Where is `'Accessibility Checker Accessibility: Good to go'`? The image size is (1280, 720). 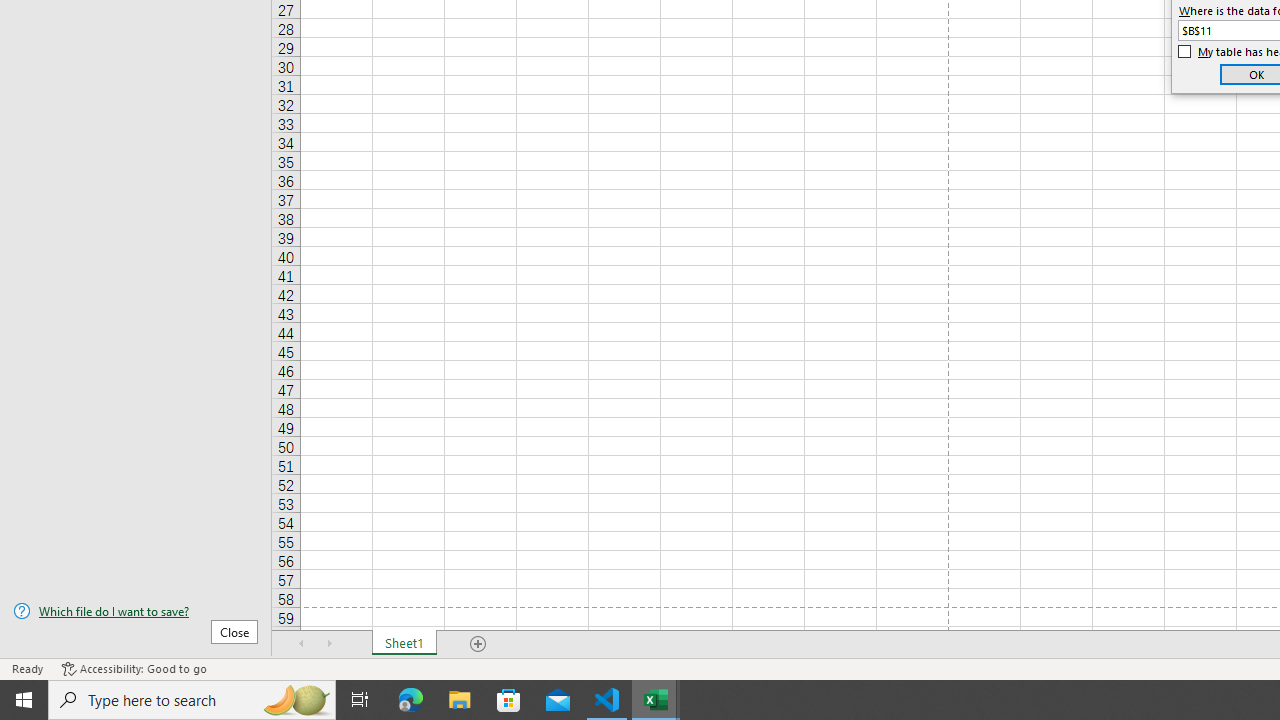
'Accessibility Checker Accessibility: Good to go' is located at coordinates (133, 669).